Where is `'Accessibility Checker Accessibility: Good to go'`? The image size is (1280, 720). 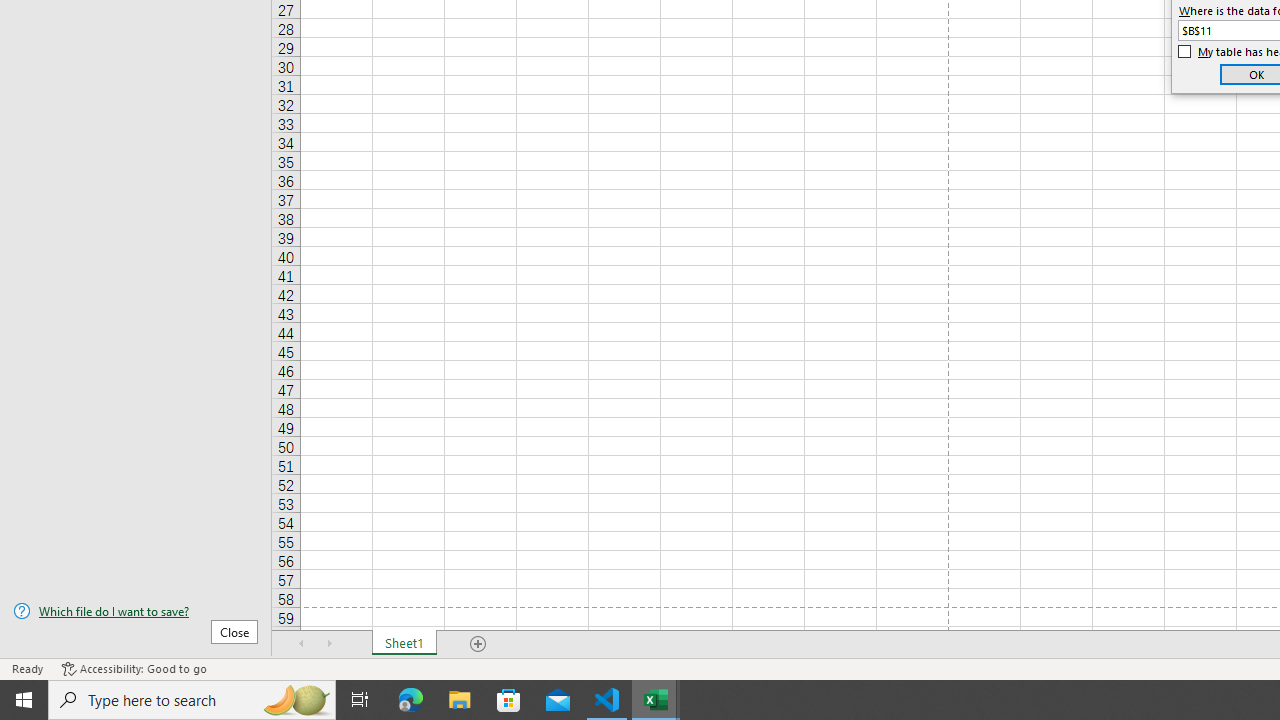
'Accessibility Checker Accessibility: Good to go' is located at coordinates (133, 669).